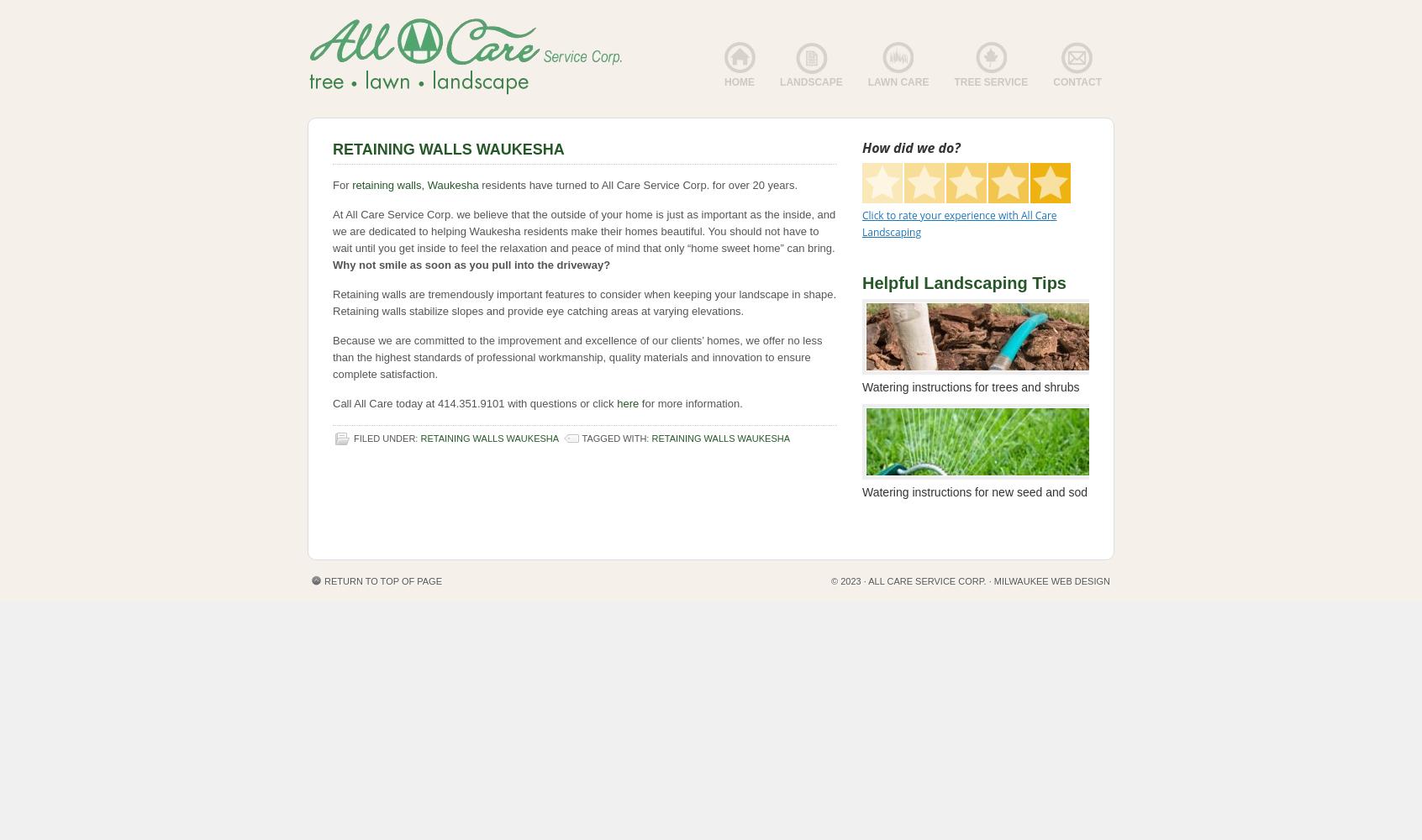 This screenshot has width=1422, height=840. What do you see at coordinates (342, 184) in the screenshot?
I see `'For'` at bounding box center [342, 184].